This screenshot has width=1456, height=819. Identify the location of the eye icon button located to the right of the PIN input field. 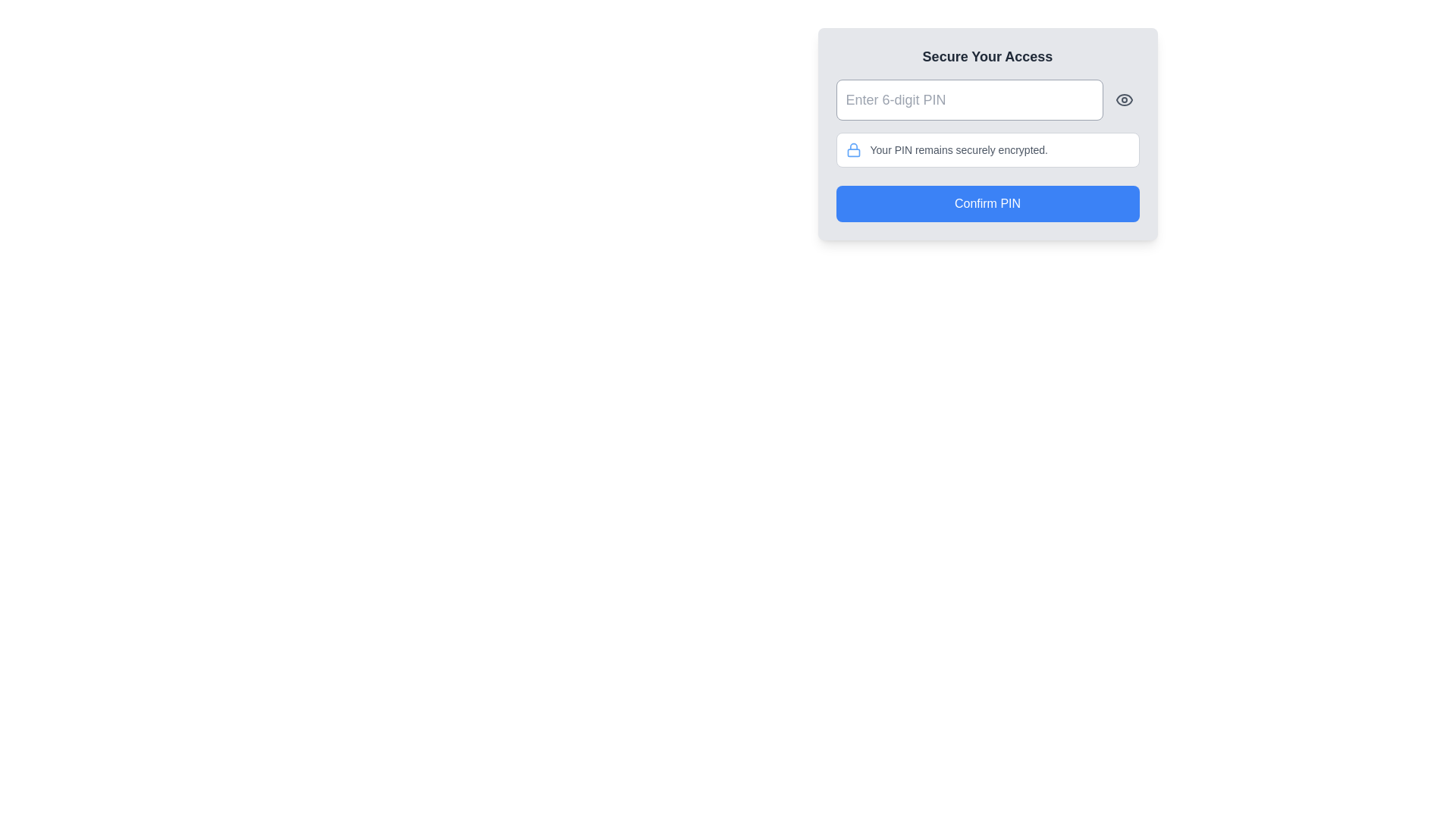
(1124, 99).